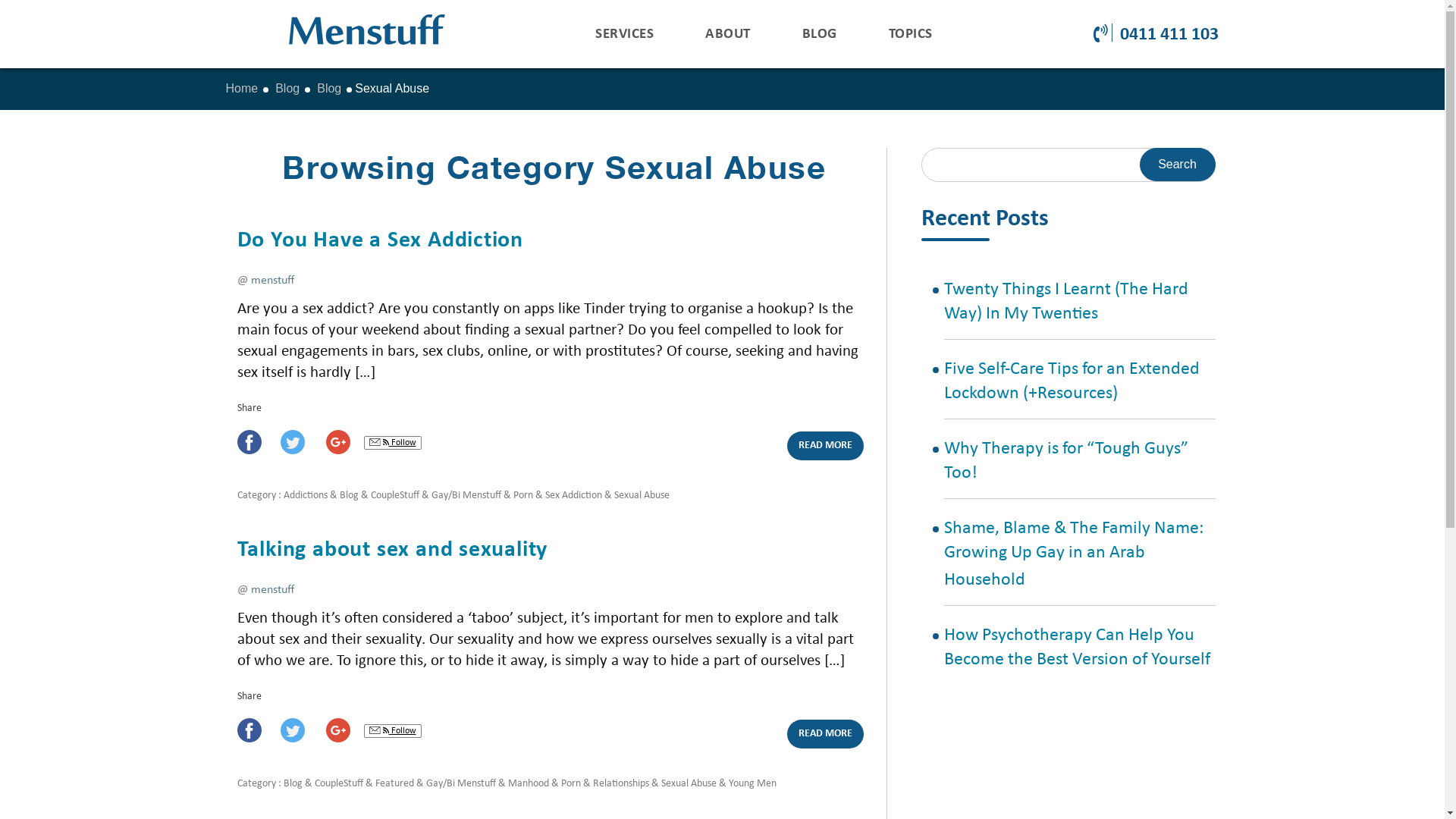  Describe the element at coordinates (1065, 301) in the screenshot. I see `'Twenty Things I Learnt (The Hard Way) In My Twenties'` at that location.